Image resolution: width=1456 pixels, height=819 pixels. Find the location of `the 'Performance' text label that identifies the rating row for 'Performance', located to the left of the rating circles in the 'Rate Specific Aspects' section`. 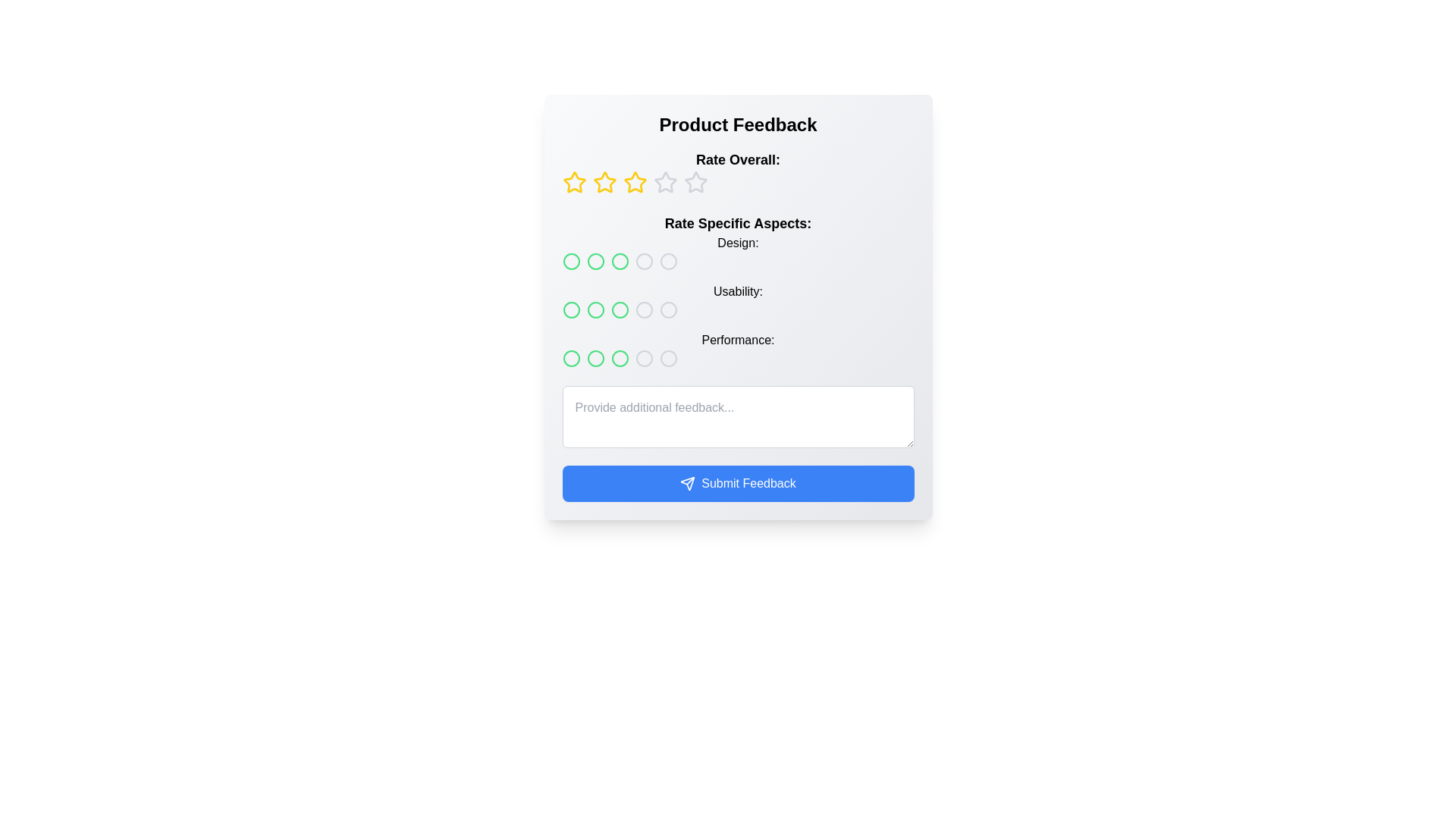

the 'Performance' text label that identifies the rating row for 'Performance', located to the left of the rating circles in the 'Rate Specific Aspects' section is located at coordinates (738, 339).